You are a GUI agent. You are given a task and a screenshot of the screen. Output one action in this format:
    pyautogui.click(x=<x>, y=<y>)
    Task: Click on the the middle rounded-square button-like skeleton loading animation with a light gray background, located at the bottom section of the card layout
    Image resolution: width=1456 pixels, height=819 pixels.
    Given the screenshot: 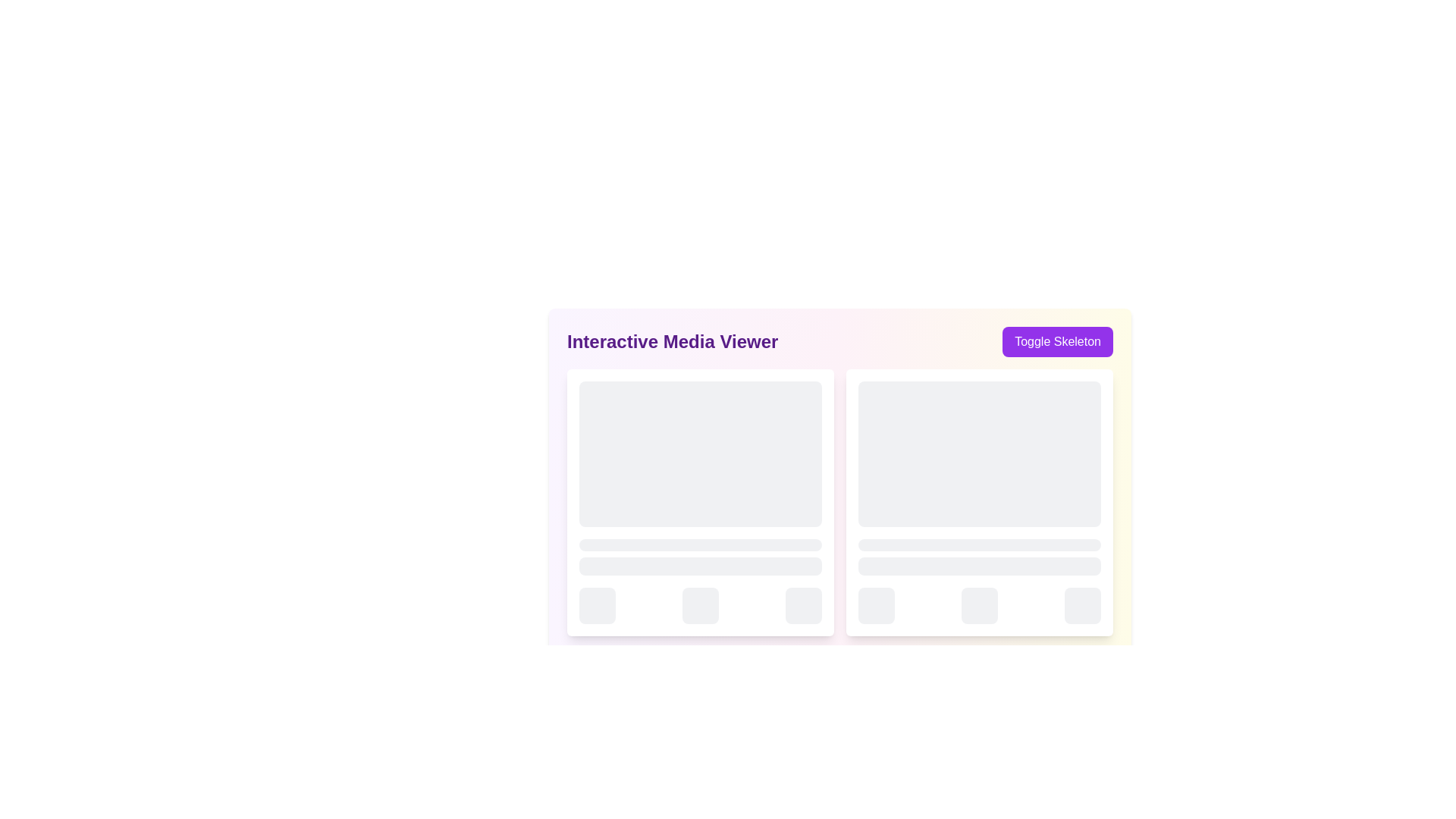 What is the action you would take?
    pyautogui.click(x=700, y=604)
    